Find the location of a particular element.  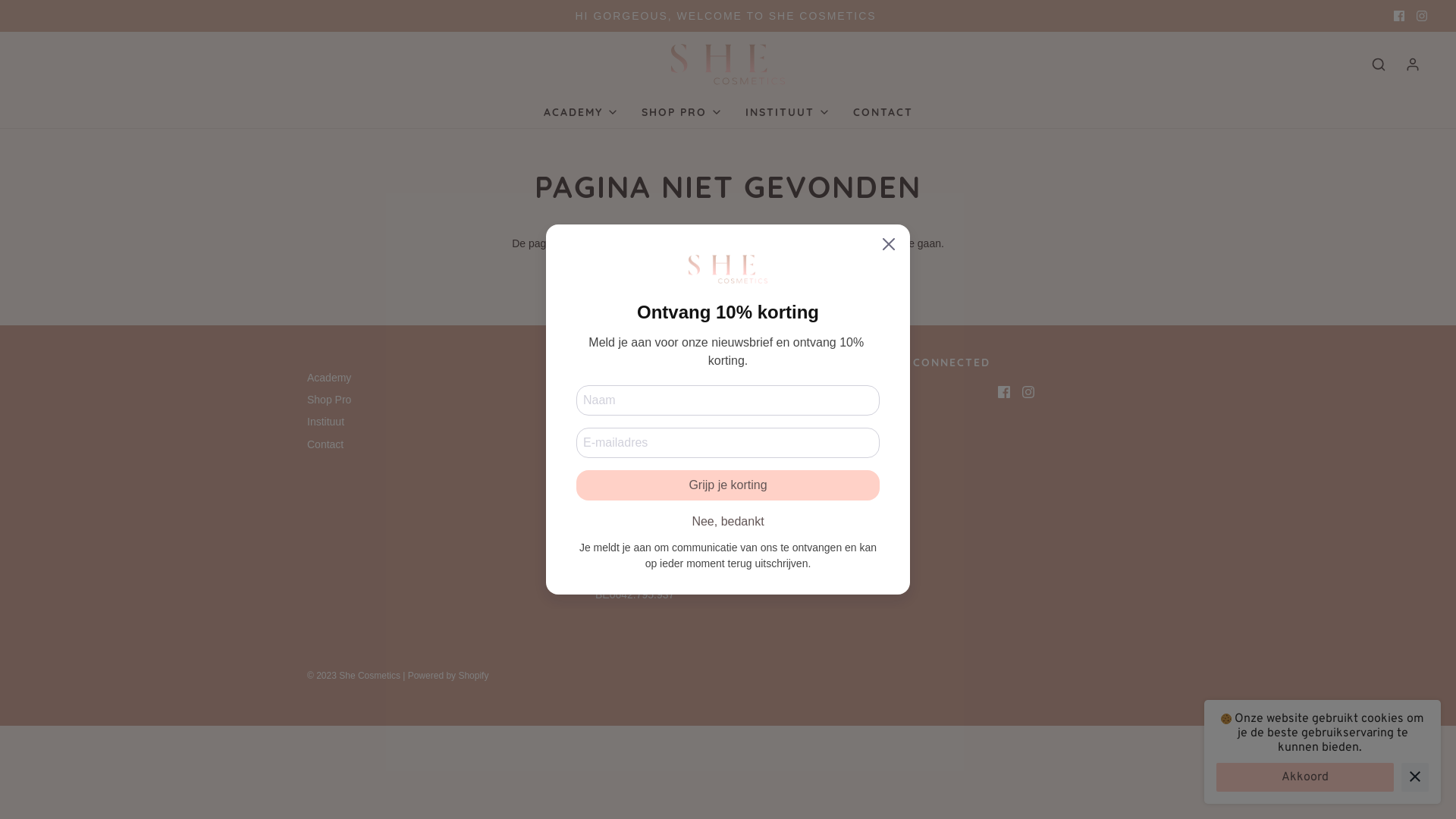

'Contact' is located at coordinates (324, 446).